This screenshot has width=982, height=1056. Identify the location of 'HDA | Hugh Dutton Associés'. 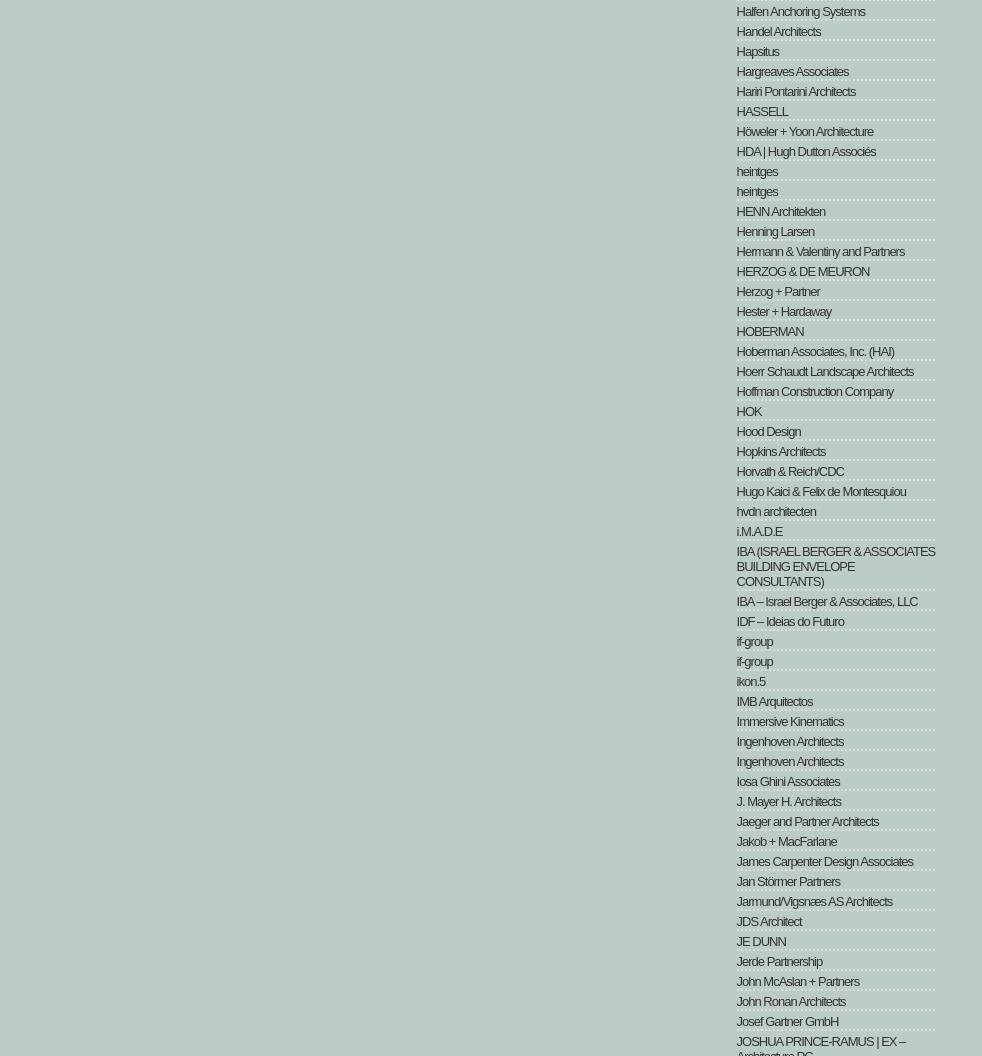
(805, 151).